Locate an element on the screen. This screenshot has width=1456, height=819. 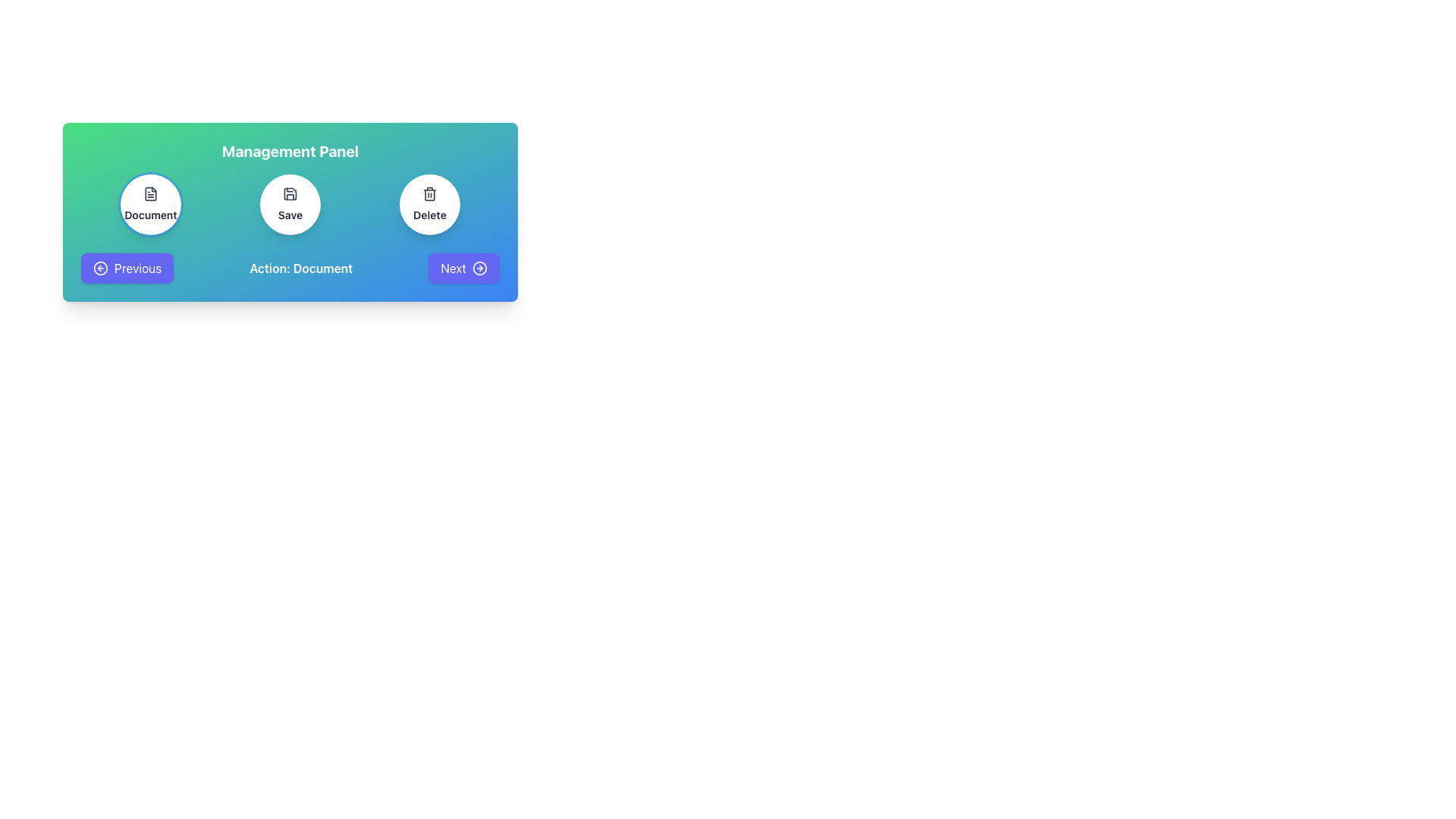
the text label describing the 'Delete' action, which is located below the trash bin icon within the circular card on the right side of the interface is located at coordinates (428, 215).